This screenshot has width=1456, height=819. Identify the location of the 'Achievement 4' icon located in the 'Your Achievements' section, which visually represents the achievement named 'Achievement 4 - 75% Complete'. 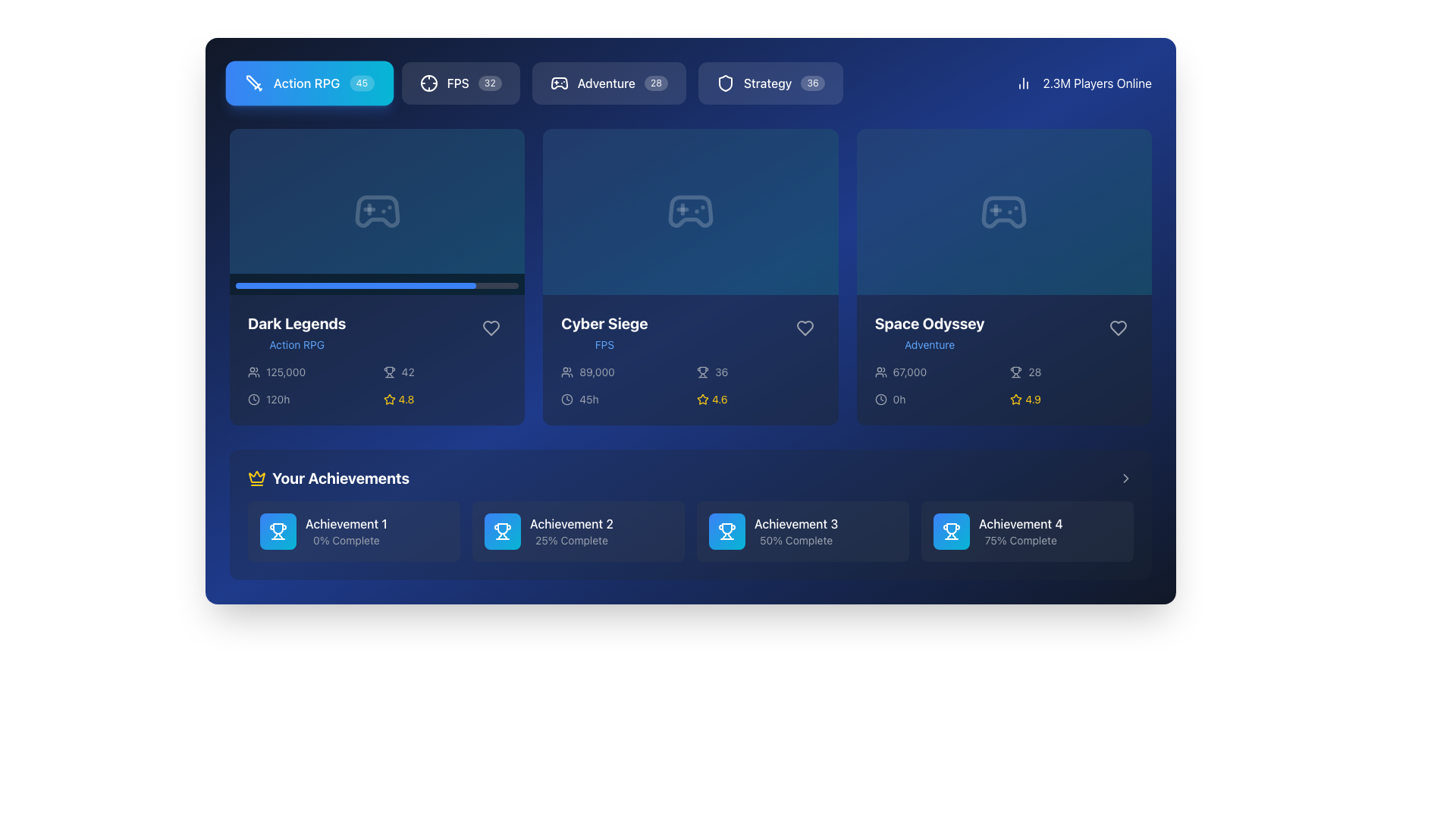
(950, 531).